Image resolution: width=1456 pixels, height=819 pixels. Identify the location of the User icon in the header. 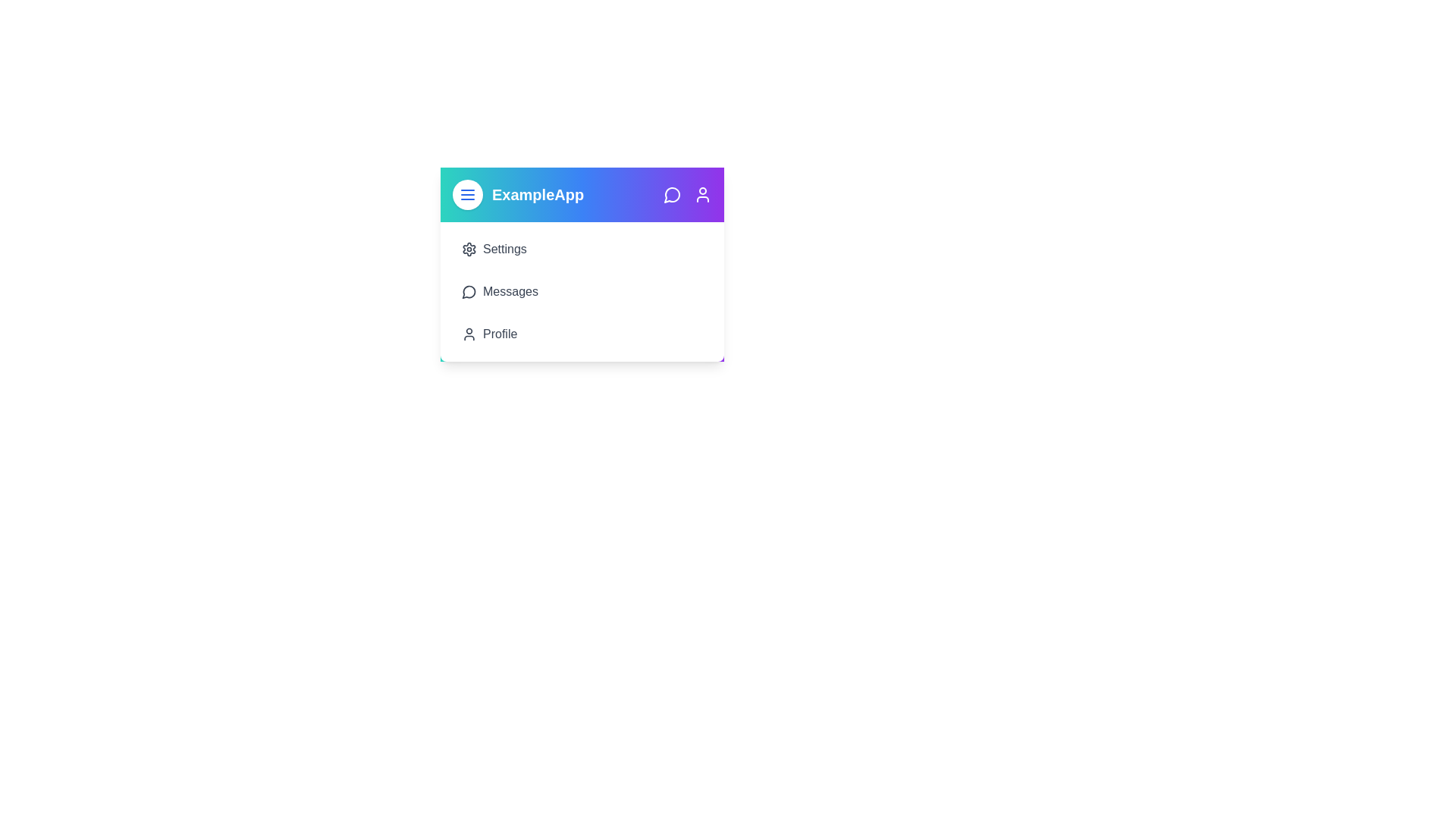
(701, 194).